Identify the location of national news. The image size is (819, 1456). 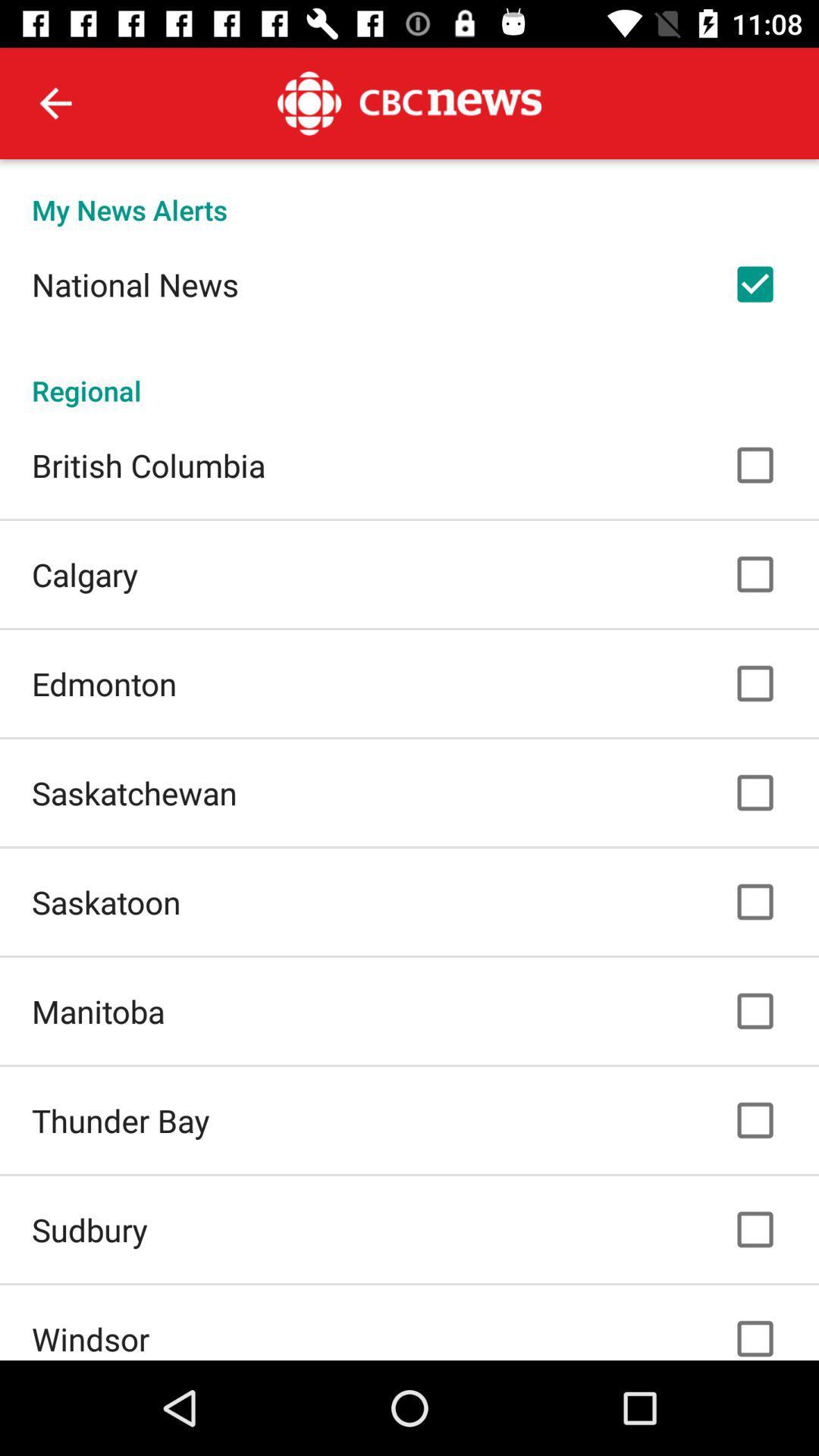
(134, 284).